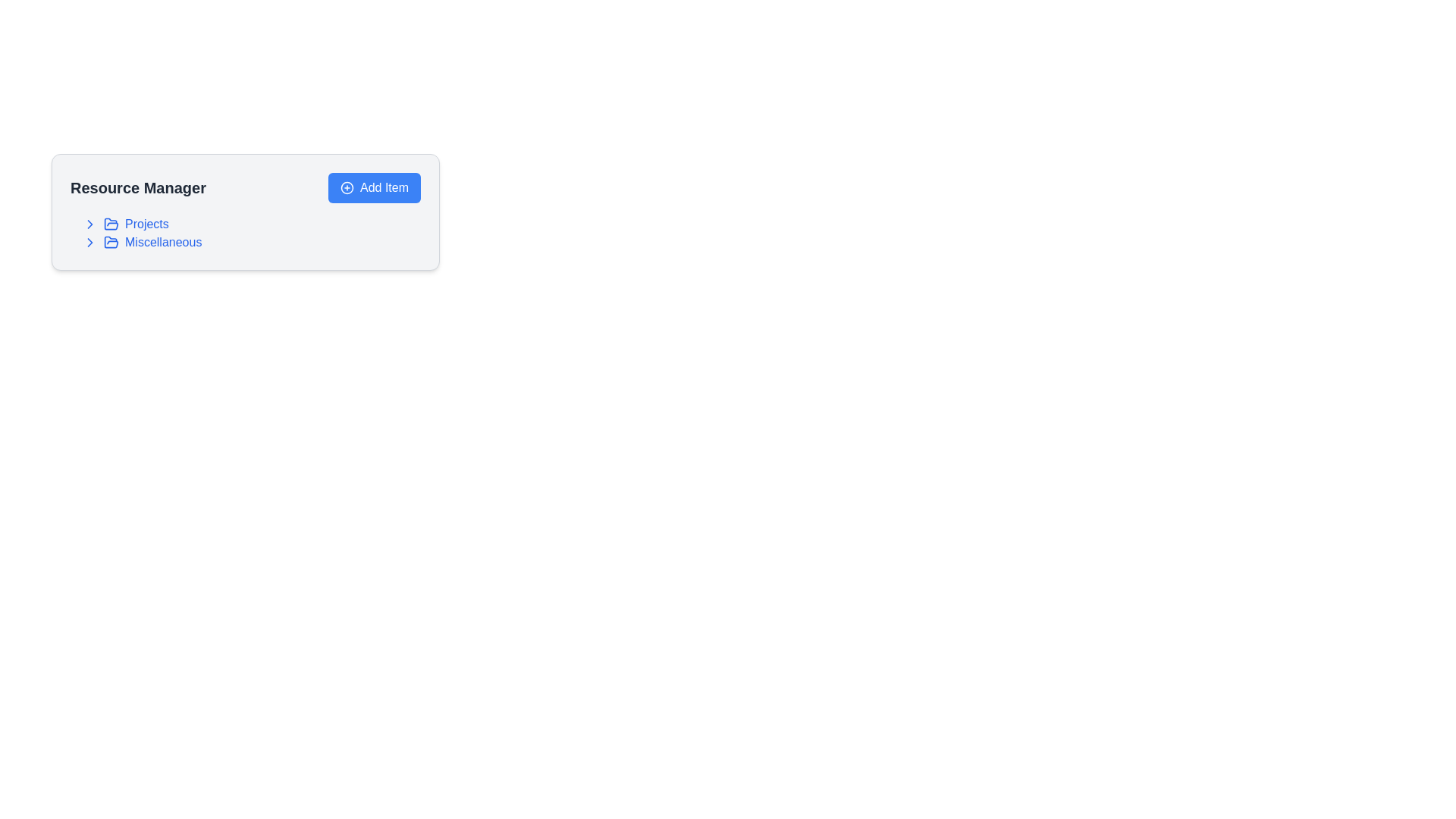 This screenshot has width=1456, height=819. Describe the element at coordinates (163, 242) in the screenshot. I see `the 'Miscellaneous' label in blue text located in the Resource Manager sidebar` at that location.